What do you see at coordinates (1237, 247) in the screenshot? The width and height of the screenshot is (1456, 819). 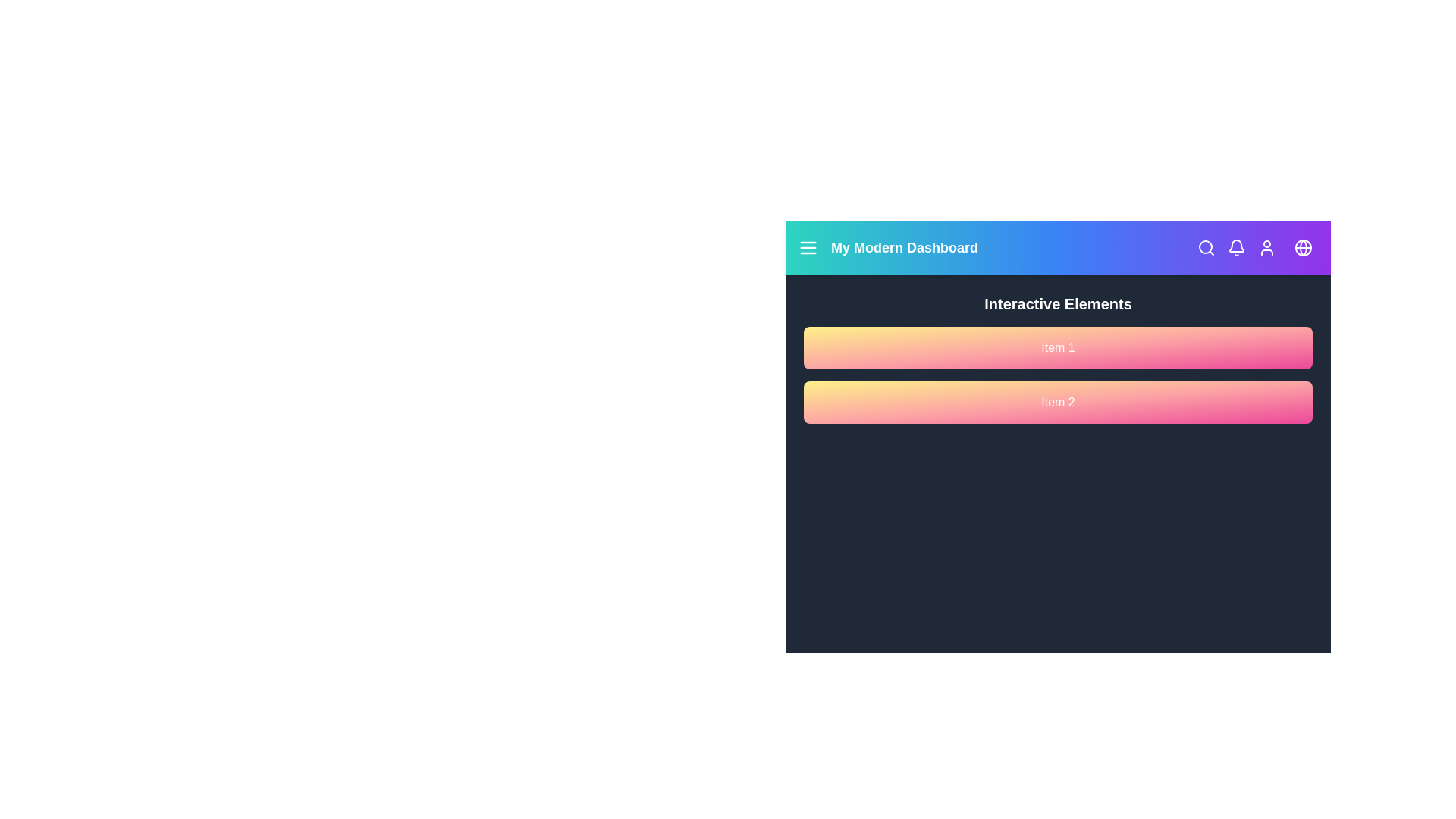 I see `the bell icon to view notifications` at bounding box center [1237, 247].